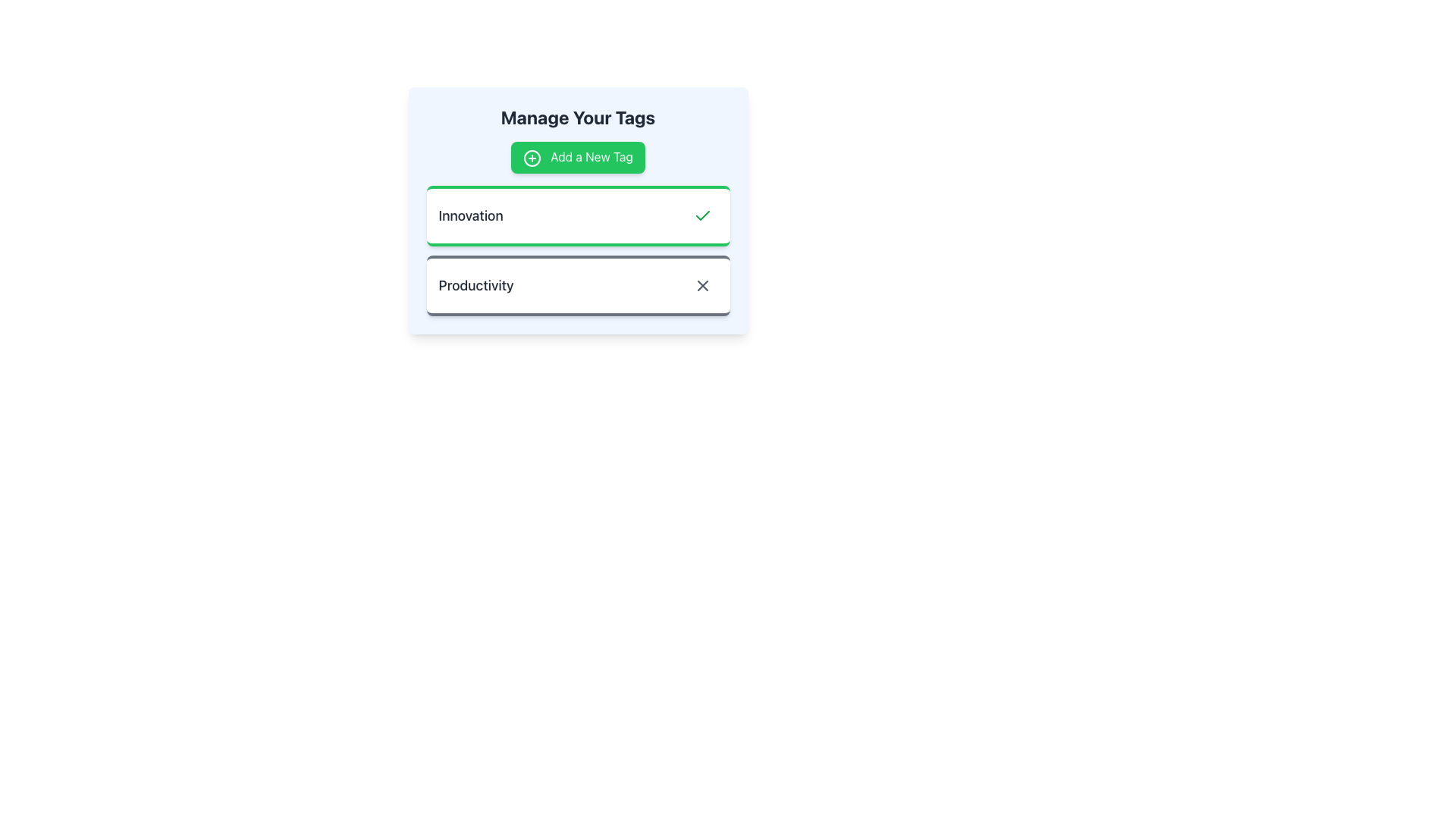 This screenshot has width=1456, height=819. Describe the element at coordinates (701, 215) in the screenshot. I see `the icon that serves as a visual indicator for selecting or confirming the 'Innovation' tag, located on the right side of the 'Innovation' tag within the 'Manage Your Tags' interface` at that location.